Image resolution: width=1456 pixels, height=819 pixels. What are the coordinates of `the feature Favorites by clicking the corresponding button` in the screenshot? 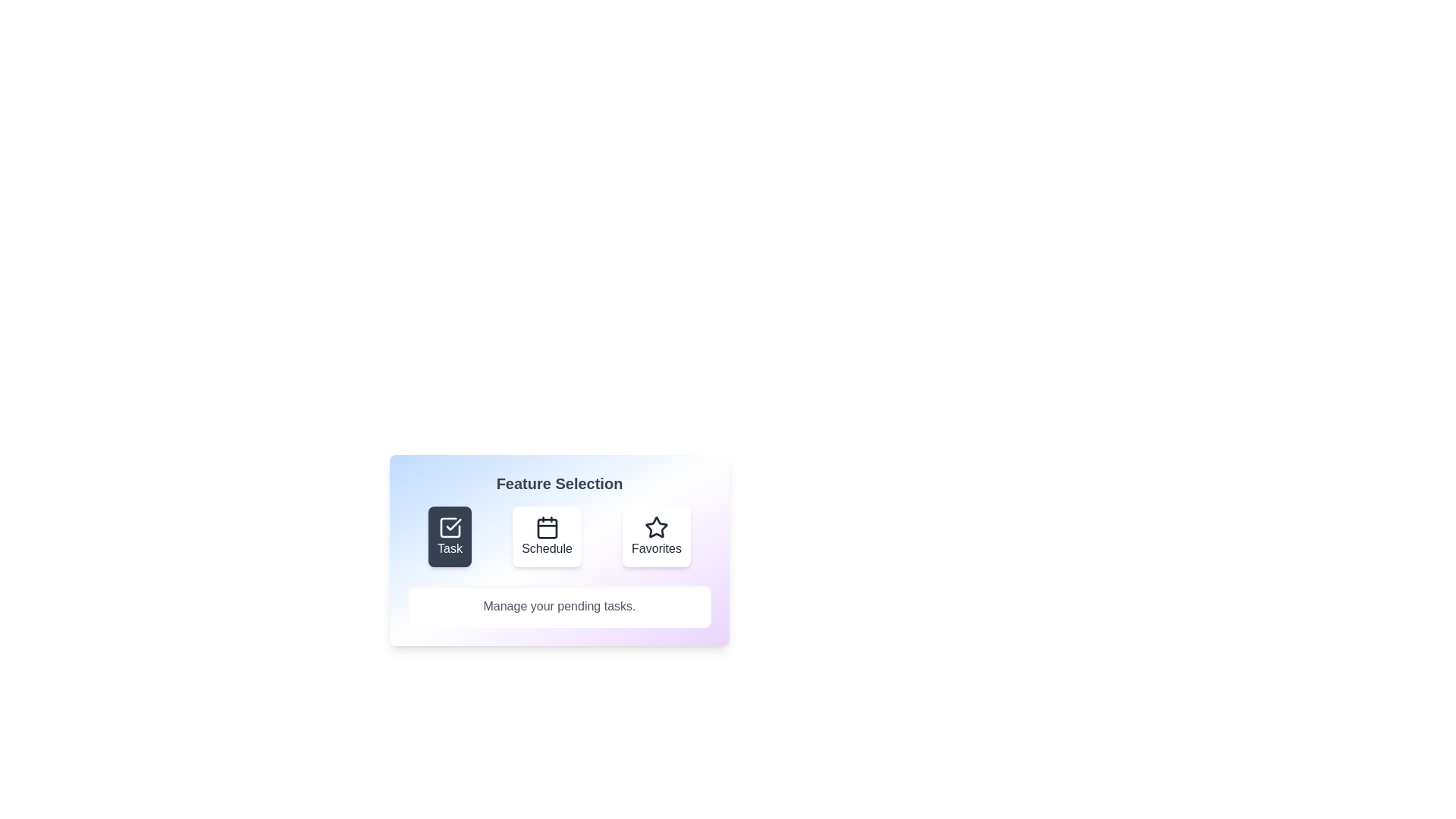 It's located at (656, 536).